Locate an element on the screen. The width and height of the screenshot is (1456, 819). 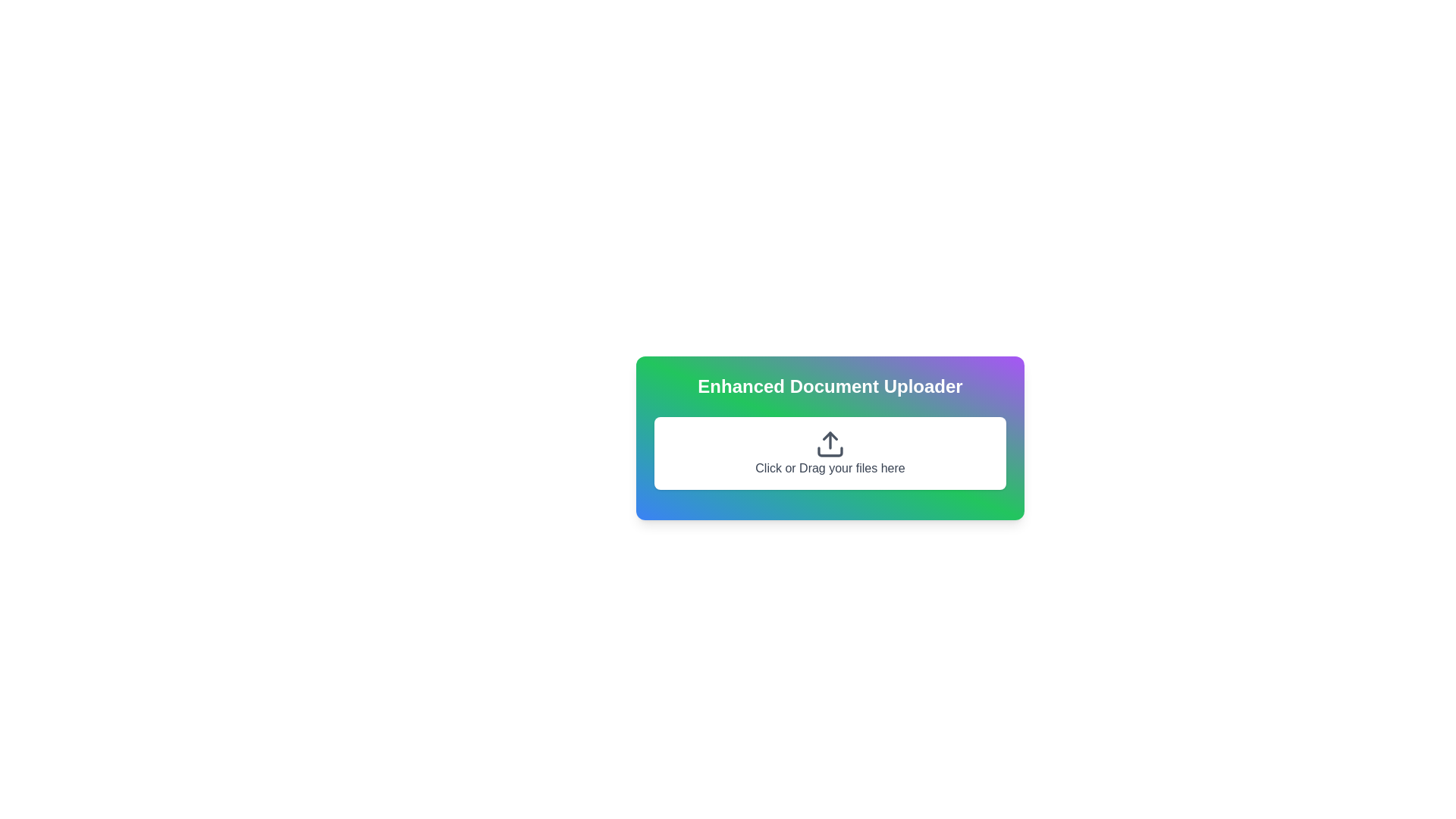
the File upload drop area, which features a white background, rounded borders, and an upward arrow icon above the text 'Click or Drag your files here' is located at coordinates (829, 452).